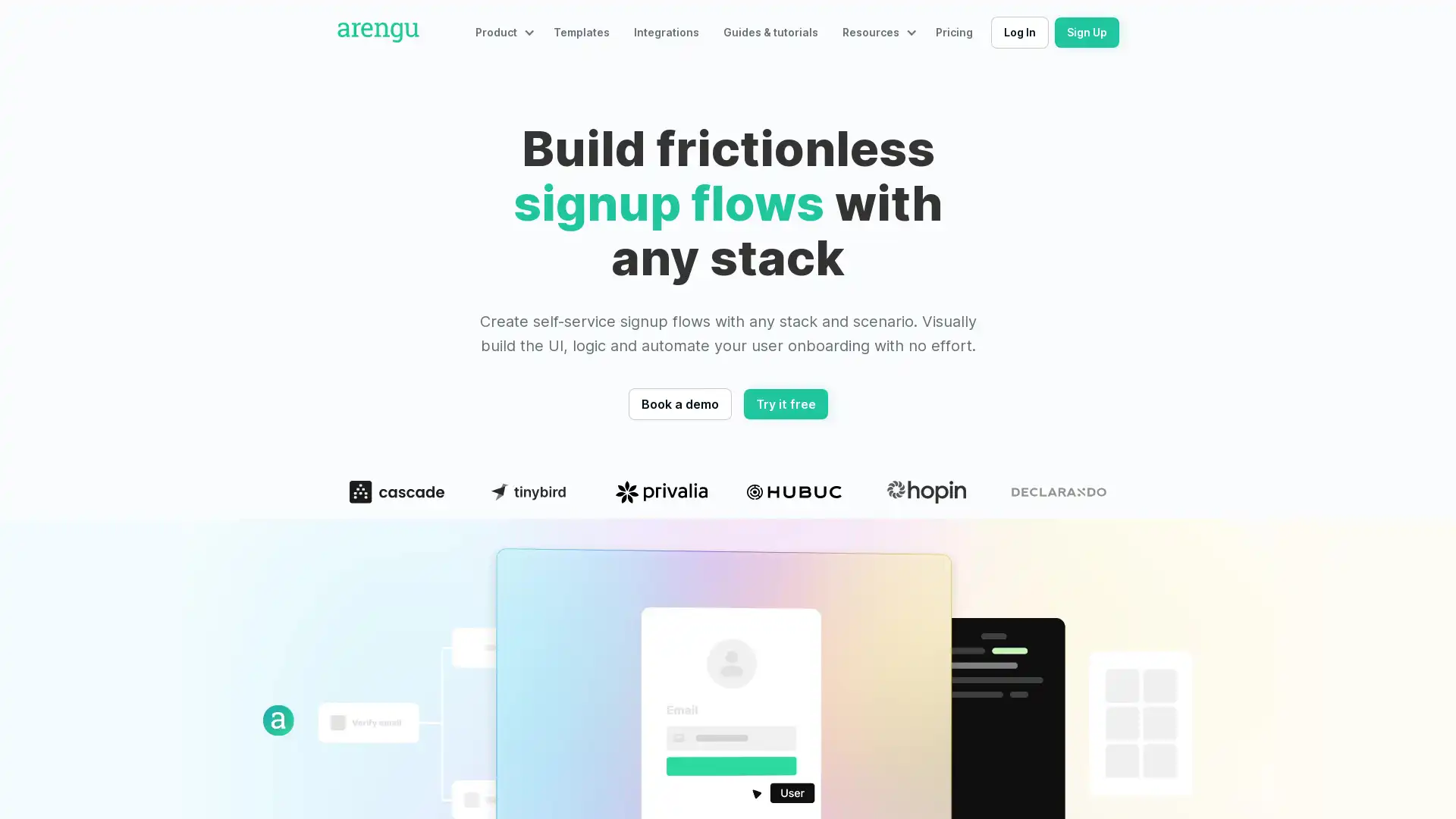 Image resolution: width=1456 pixels, height=819 pixels. Describe the element at coordinates (116, 737) in the screenshot. I see `learn more about cookies` at that location.